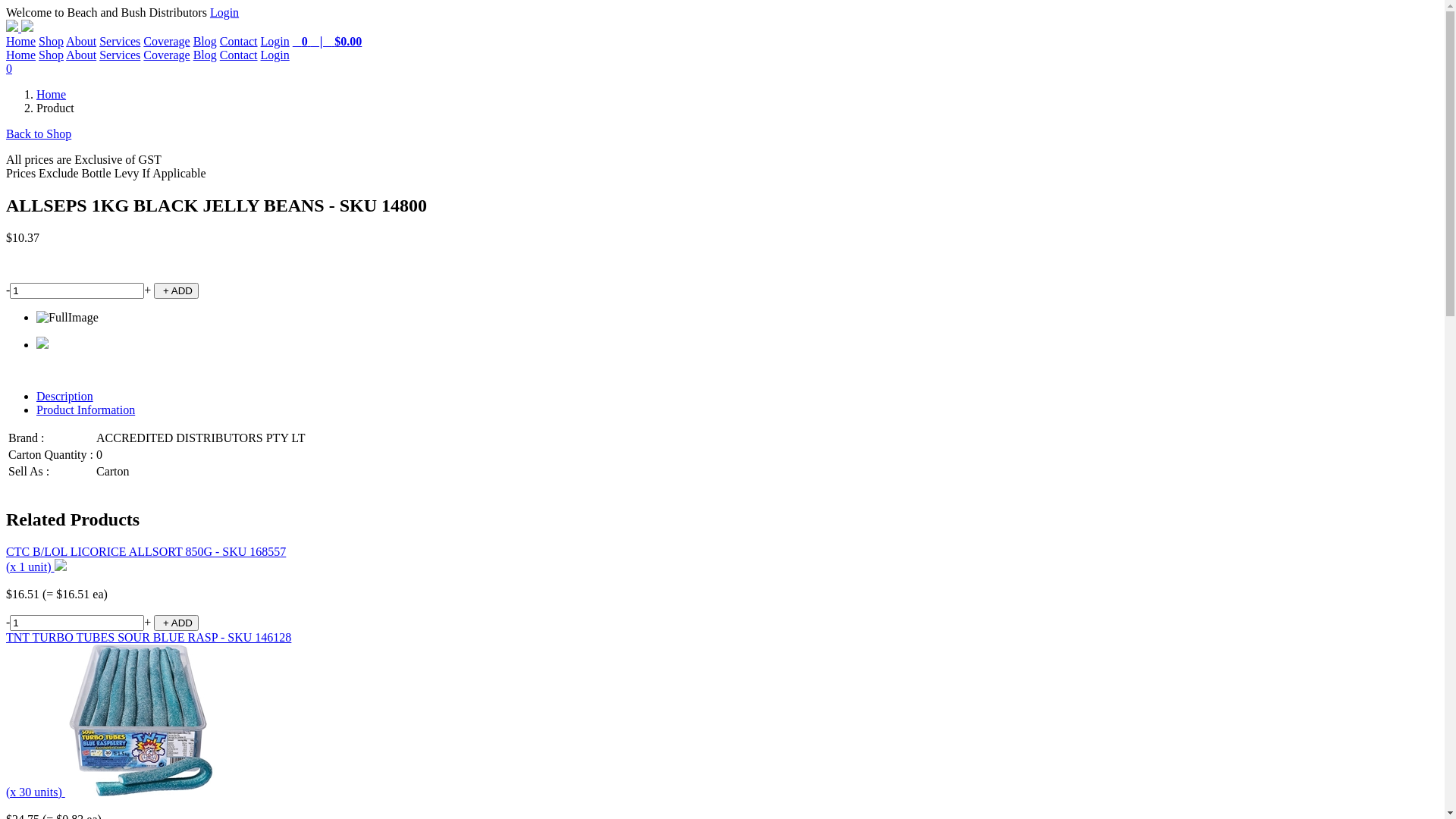 The height and width of the screenshot is (819, 1456). What do you see at coordinates (149, 714) in the screenshot?
I see `'TNT TURBO TUBES SOUR BLUE RASP - SKU 146128` at bounding box center [149, 714].